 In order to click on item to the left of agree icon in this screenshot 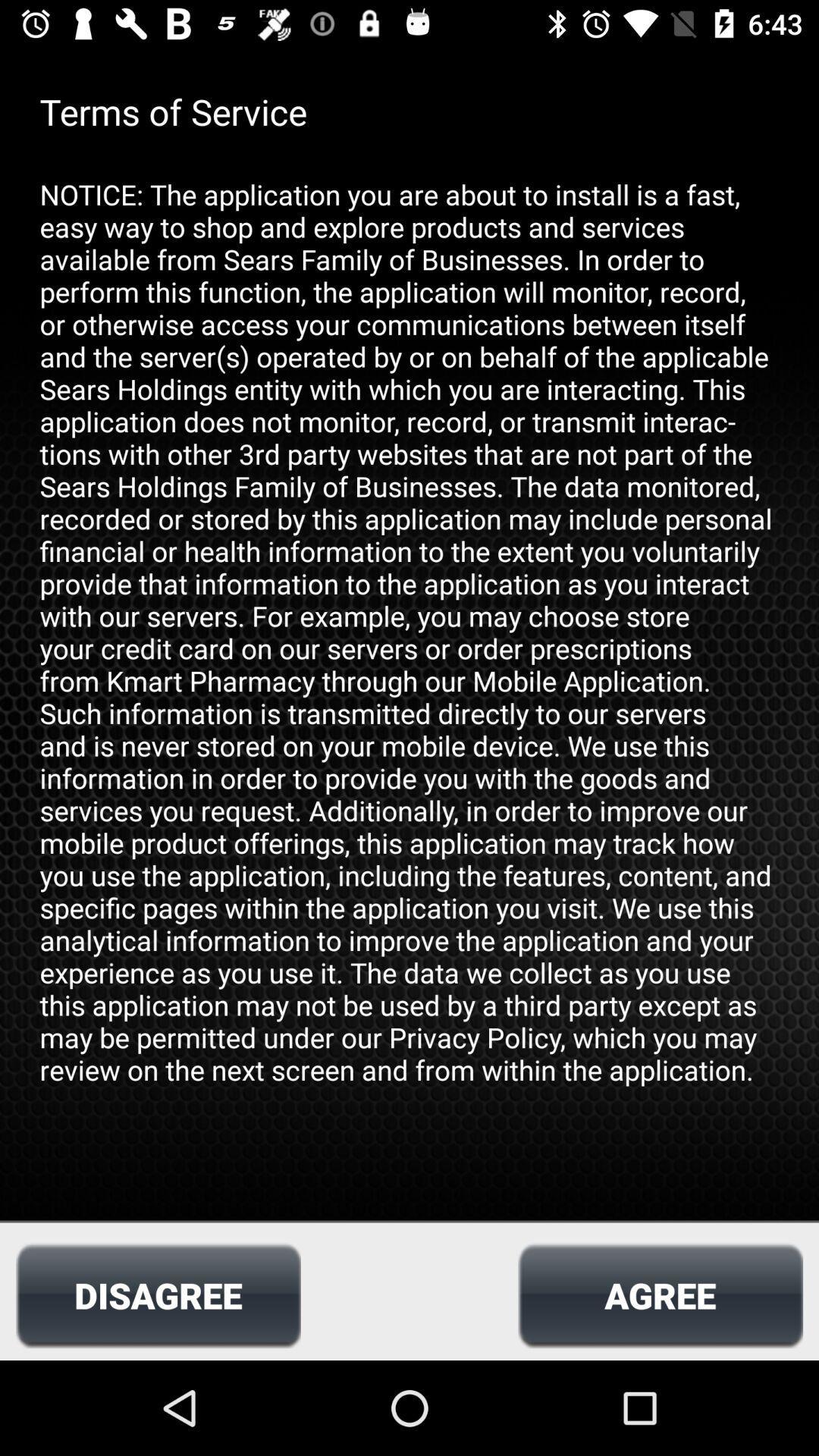, I will do `click(158, 1294)`.